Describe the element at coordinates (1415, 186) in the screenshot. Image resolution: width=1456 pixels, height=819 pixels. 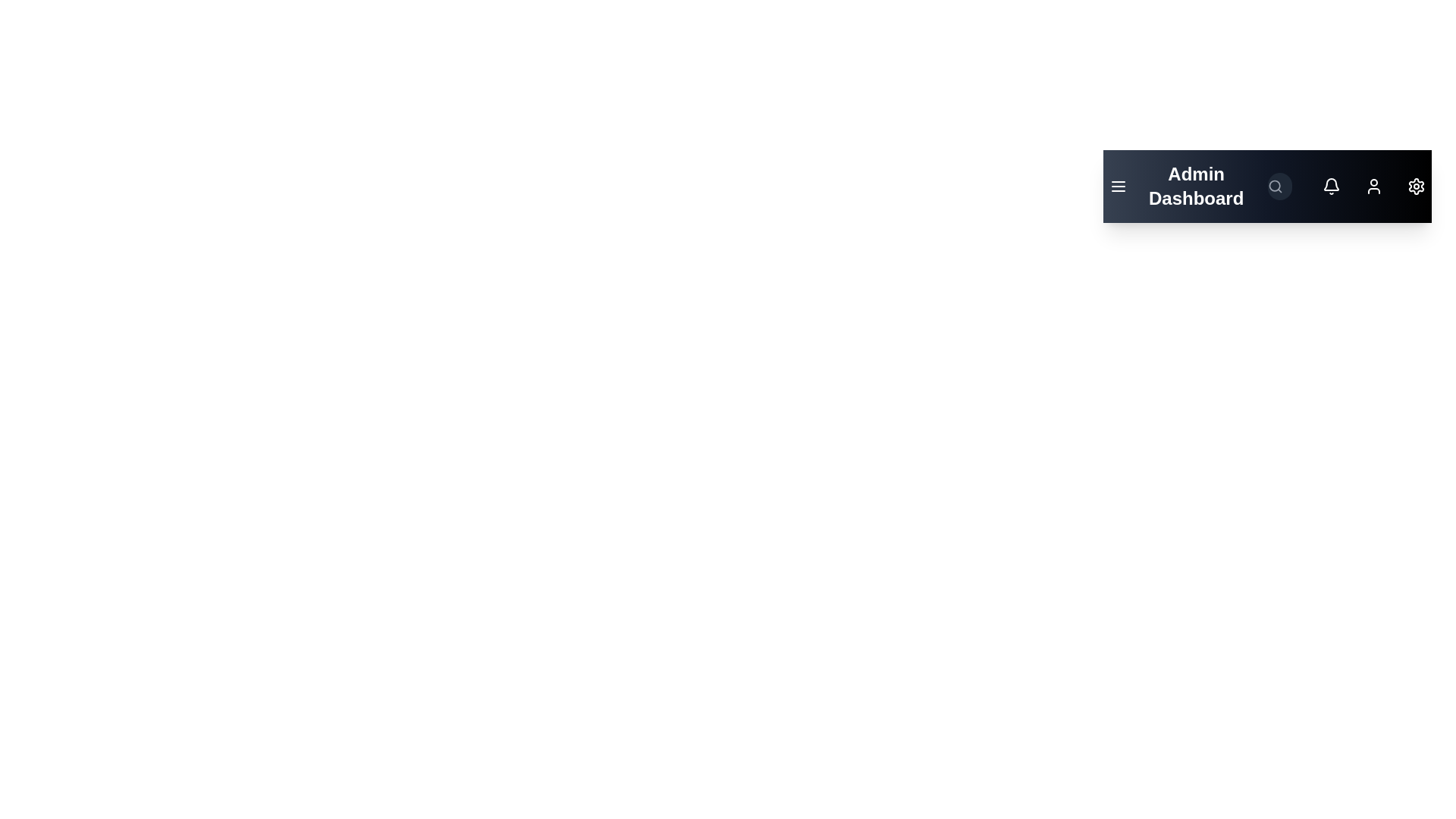
I see `the settings icon located at the top right corner of the dashboard app bar` at that location.